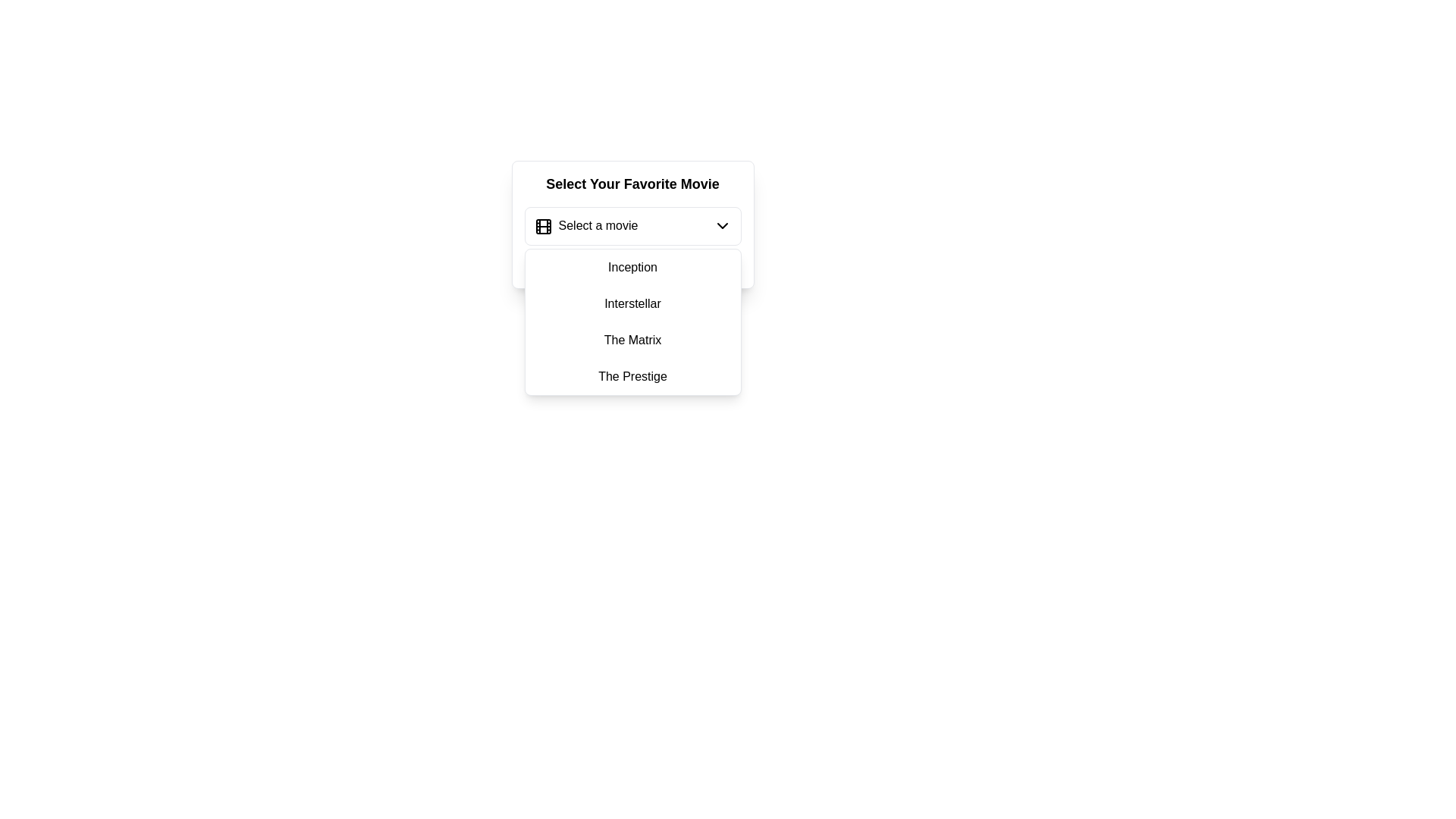 The width and height of the screenshot is (1456, 819). I want to click on the dropdown menu element labeled 'Select a movie', so click(632, 226).